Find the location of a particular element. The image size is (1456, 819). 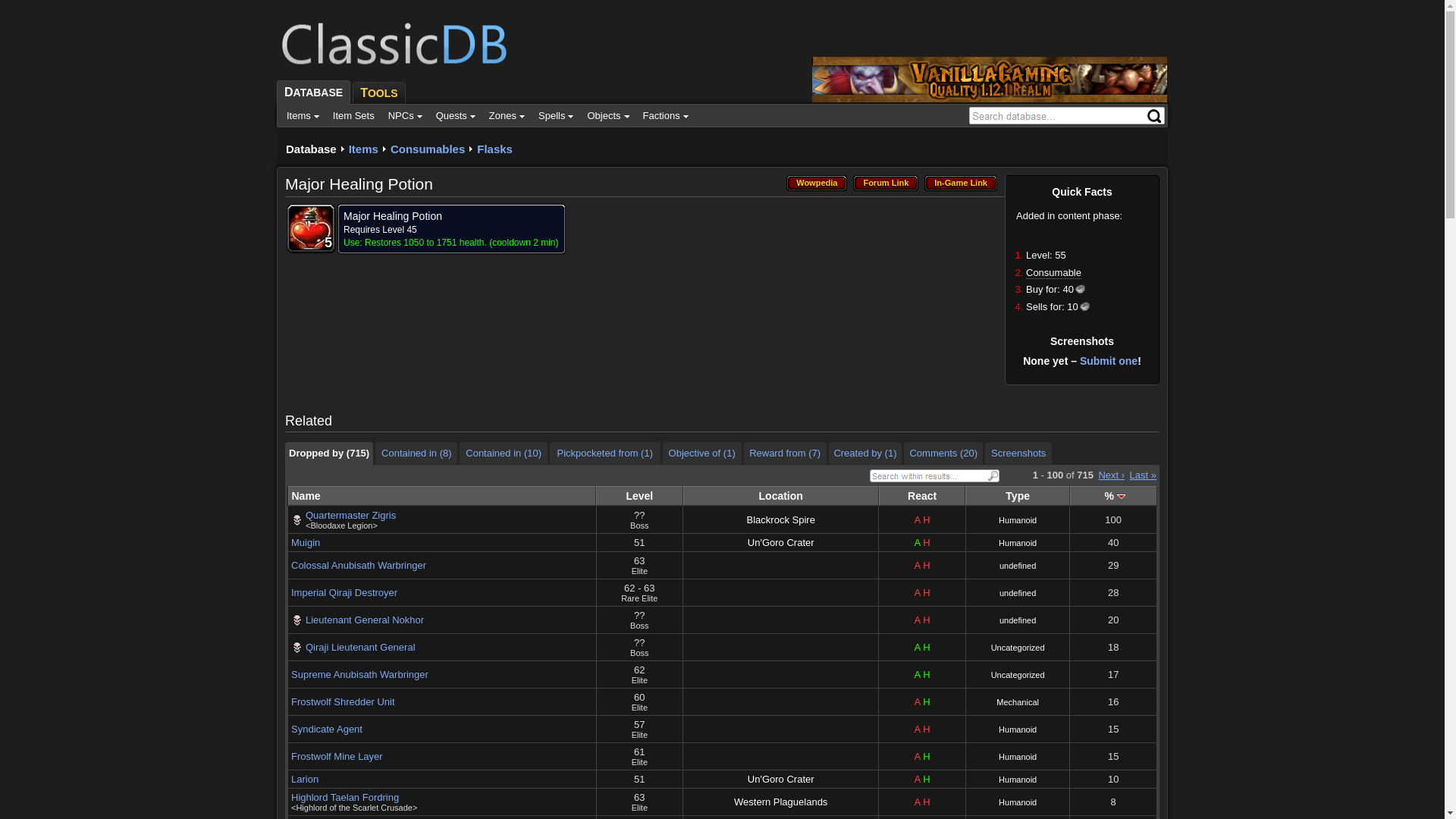

'Larion' is located at coordinates (304, 779).